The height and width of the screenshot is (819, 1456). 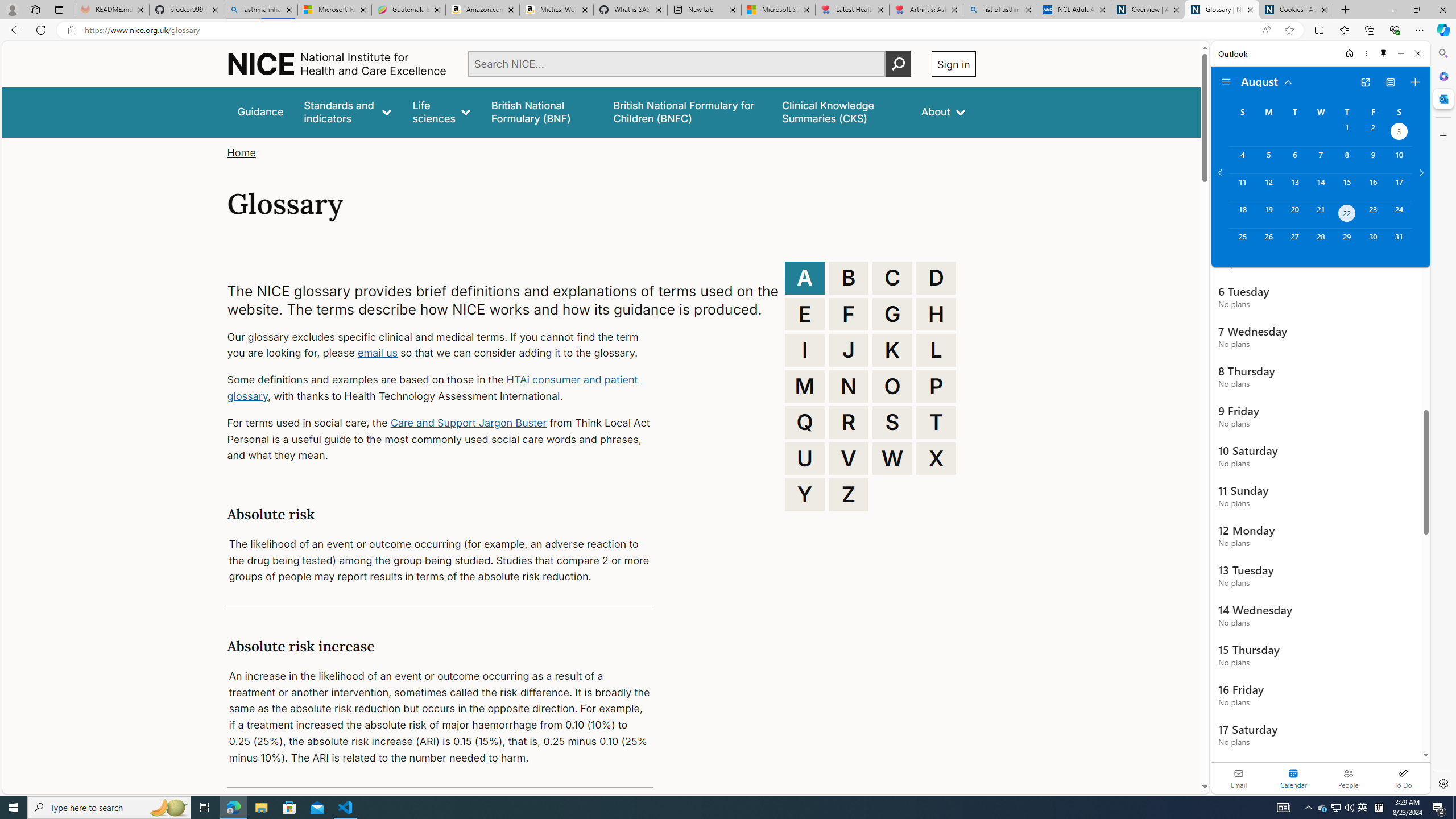 I want to click on 'View Switcher. Current view is Agenda view', so click(x=1389, y=82).